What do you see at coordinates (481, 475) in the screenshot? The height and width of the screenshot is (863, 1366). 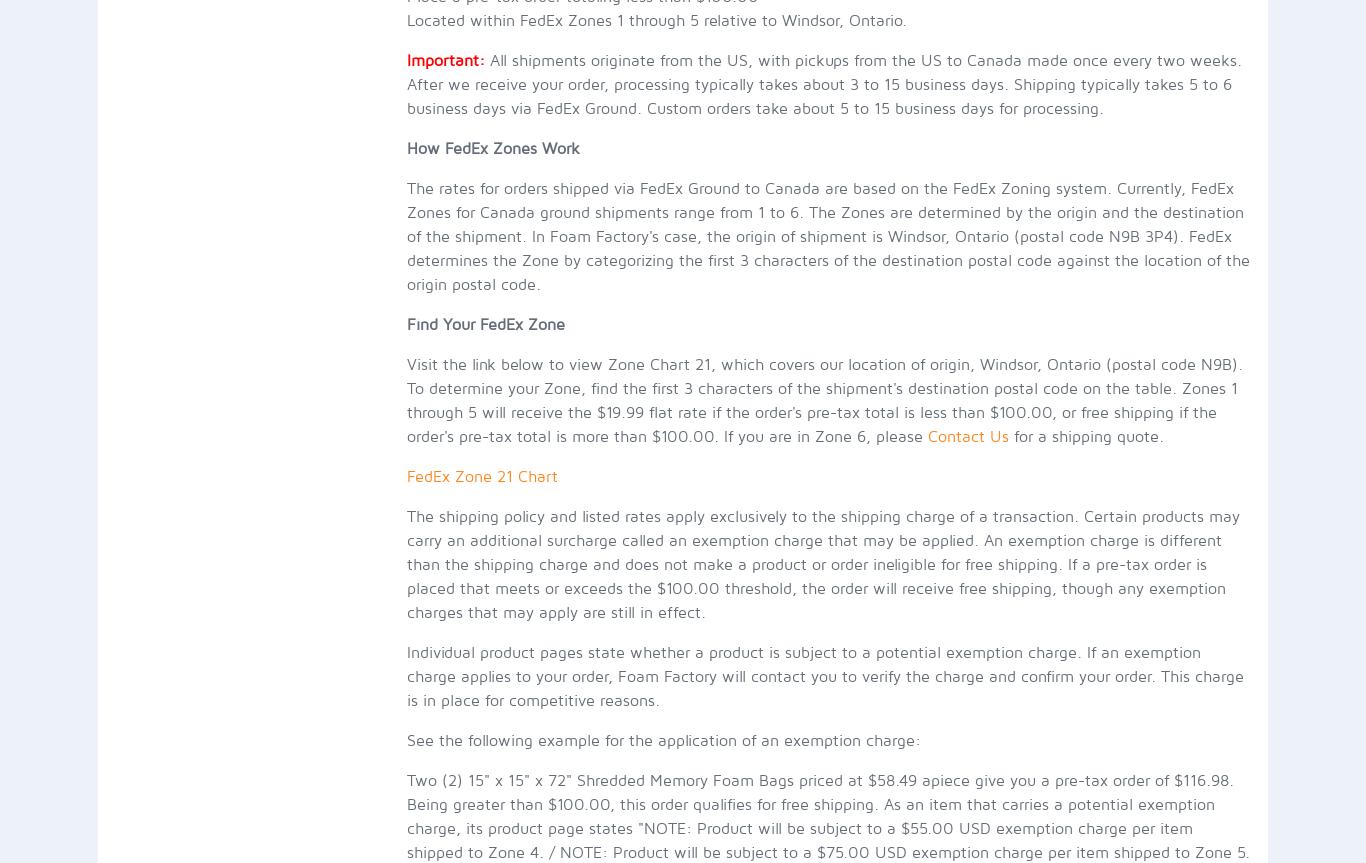 I see `'FedEx Zone 21 Chart'` at bounding box center [481, 475].